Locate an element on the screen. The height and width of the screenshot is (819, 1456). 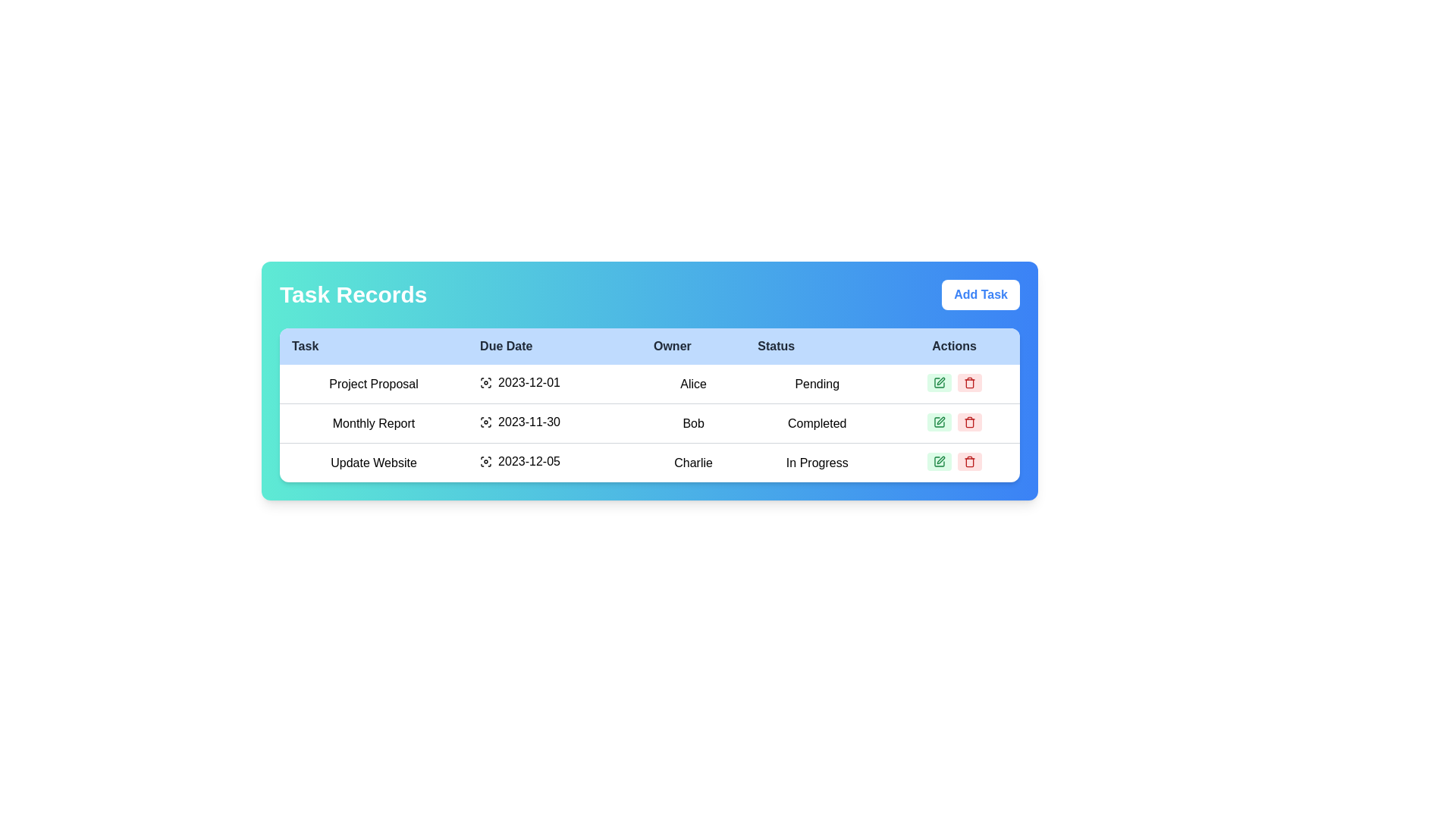
the rounded red button with a white trash can icon in the Actions column of the second row is located at coordinates (968, 422).